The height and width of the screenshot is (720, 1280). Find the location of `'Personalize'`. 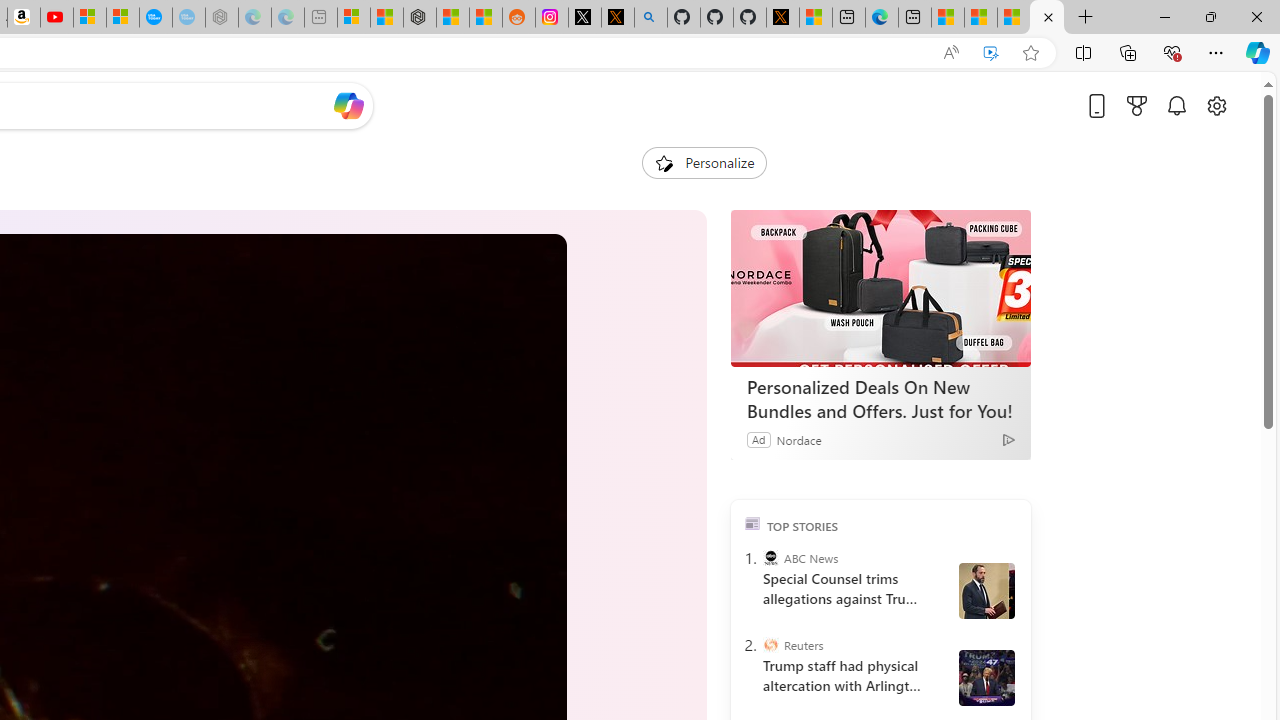

'Personalize' is located at coordinates (704, 162).